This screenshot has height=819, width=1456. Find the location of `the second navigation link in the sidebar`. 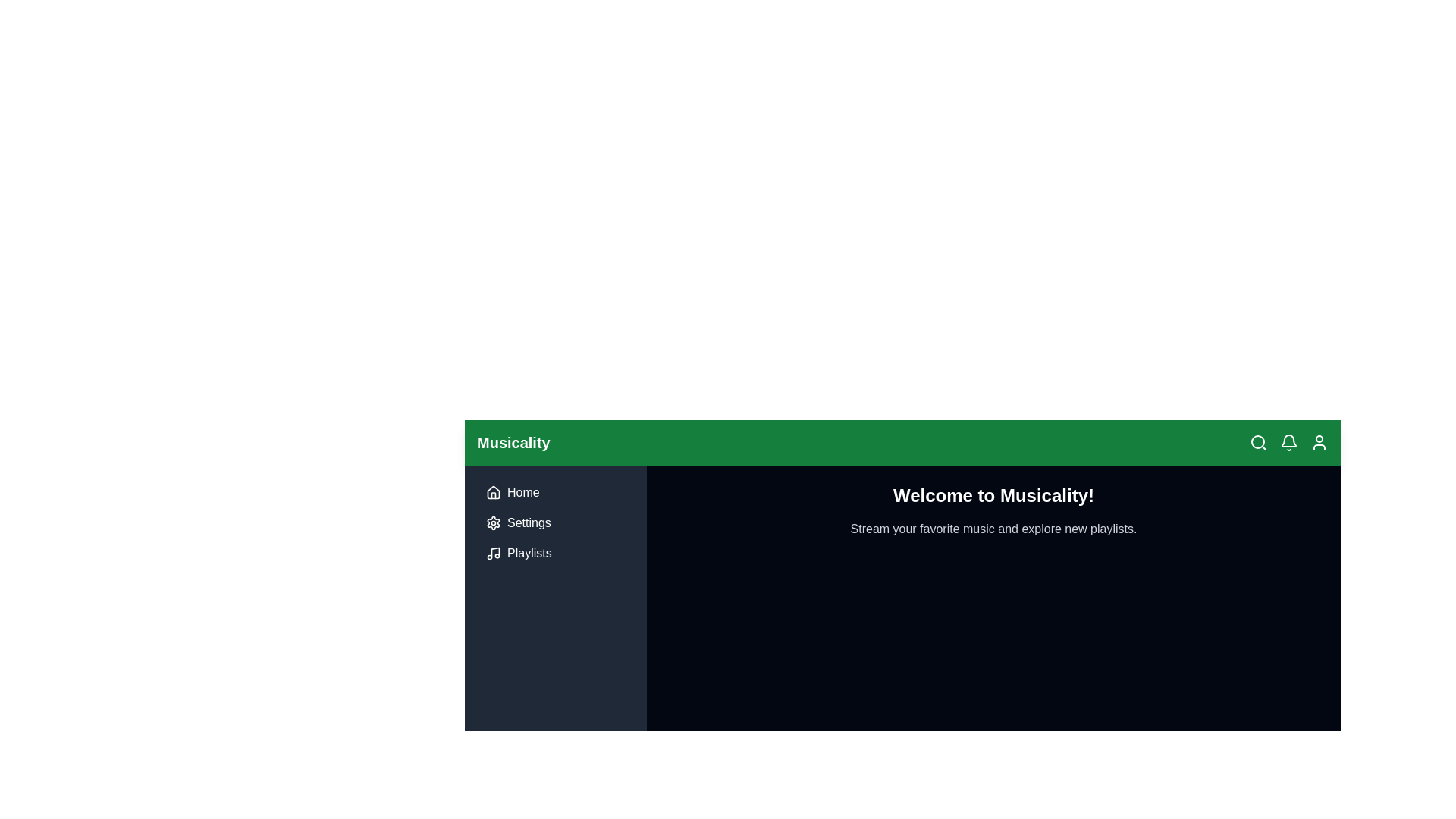

the second navigation link in the sidebar is located at coordinates (555, 522).